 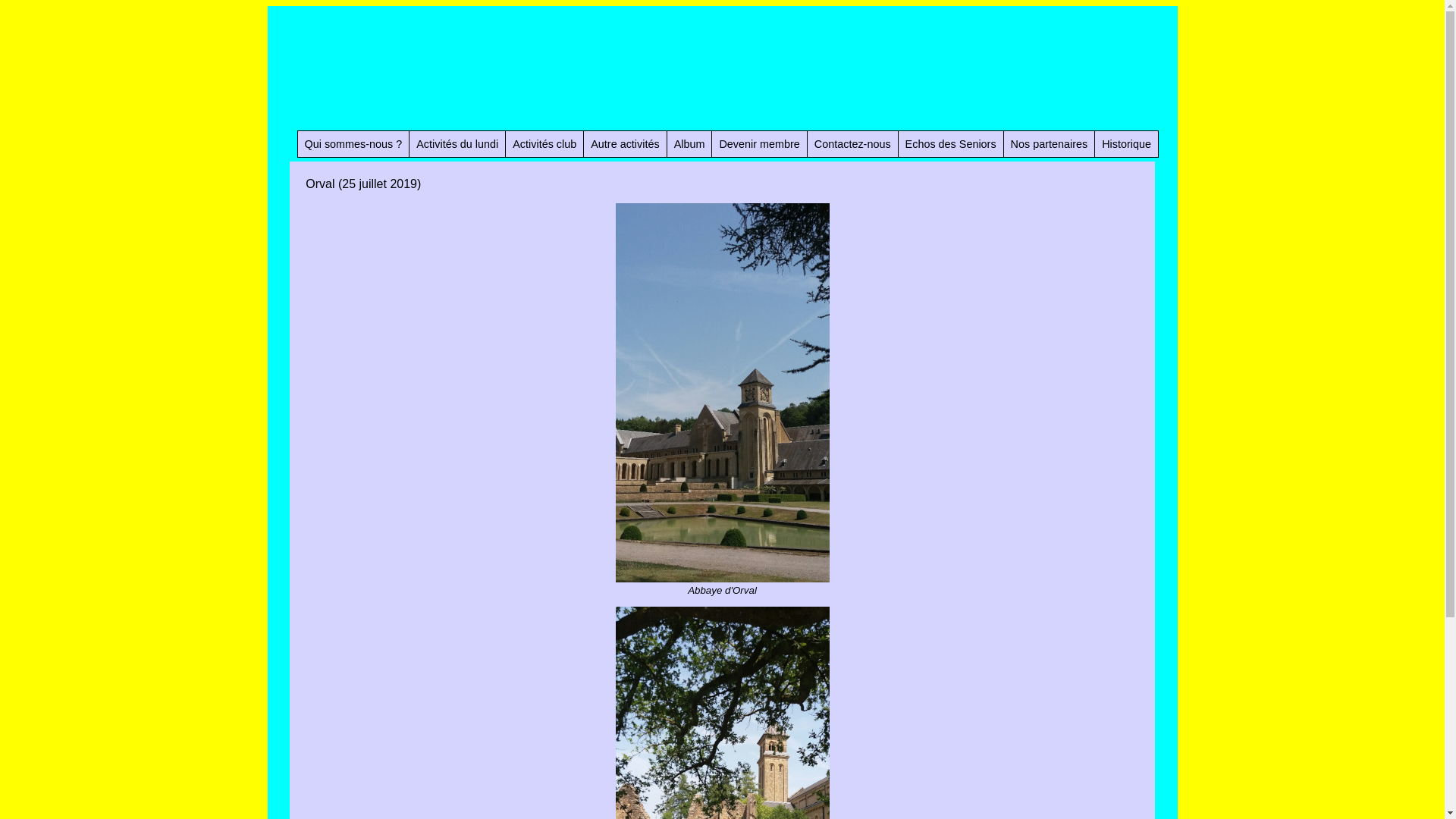 What do you see at coordinates (1095, 143) in the screenshot?
I see `'Historique'` at bounding box center [1095, 143].